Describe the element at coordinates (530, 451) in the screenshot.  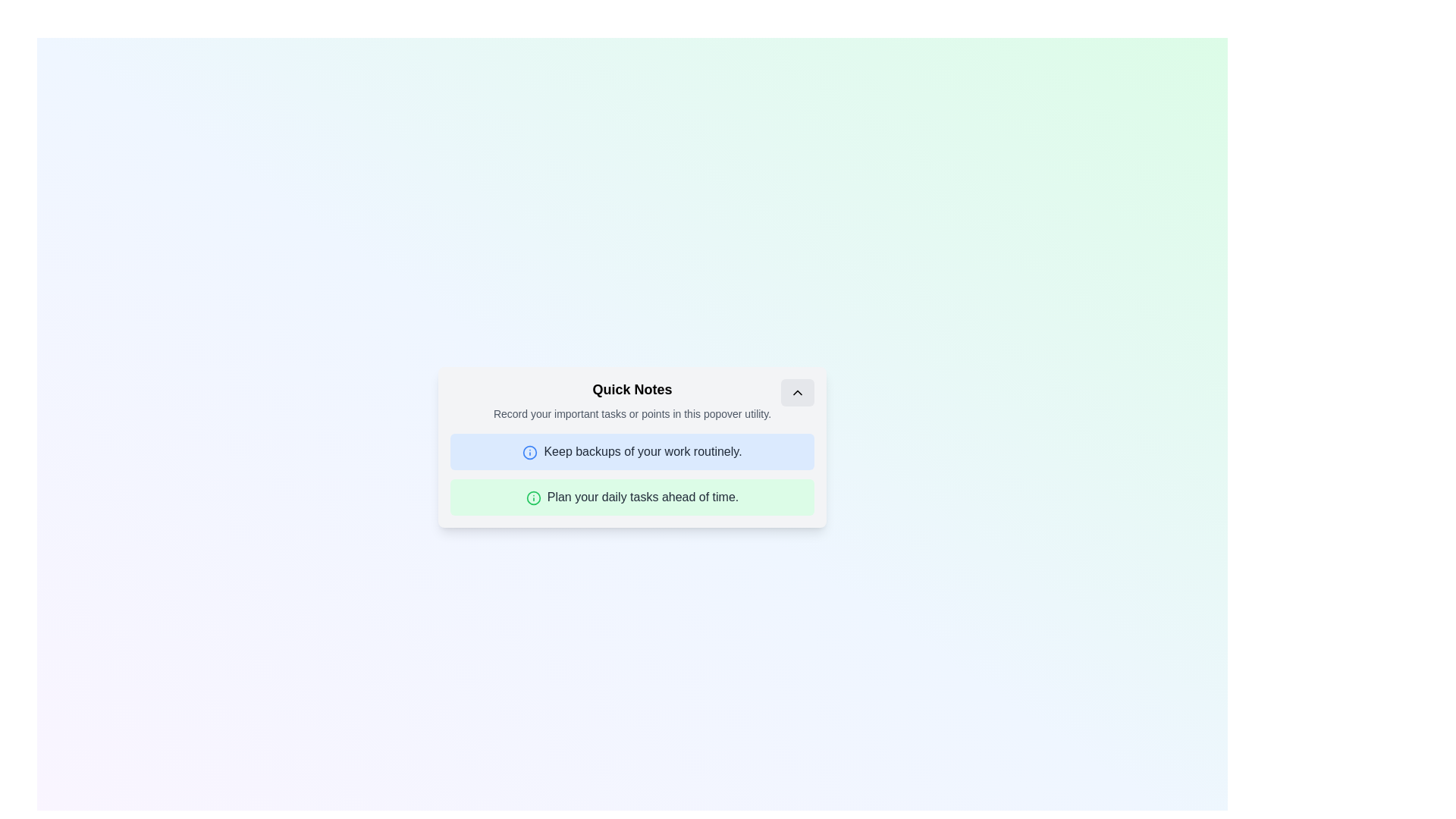
I see `the Circle within the 'info' icon that indicates additional information, located next to the label 'Keep backups of your work routinely.'` at that location.